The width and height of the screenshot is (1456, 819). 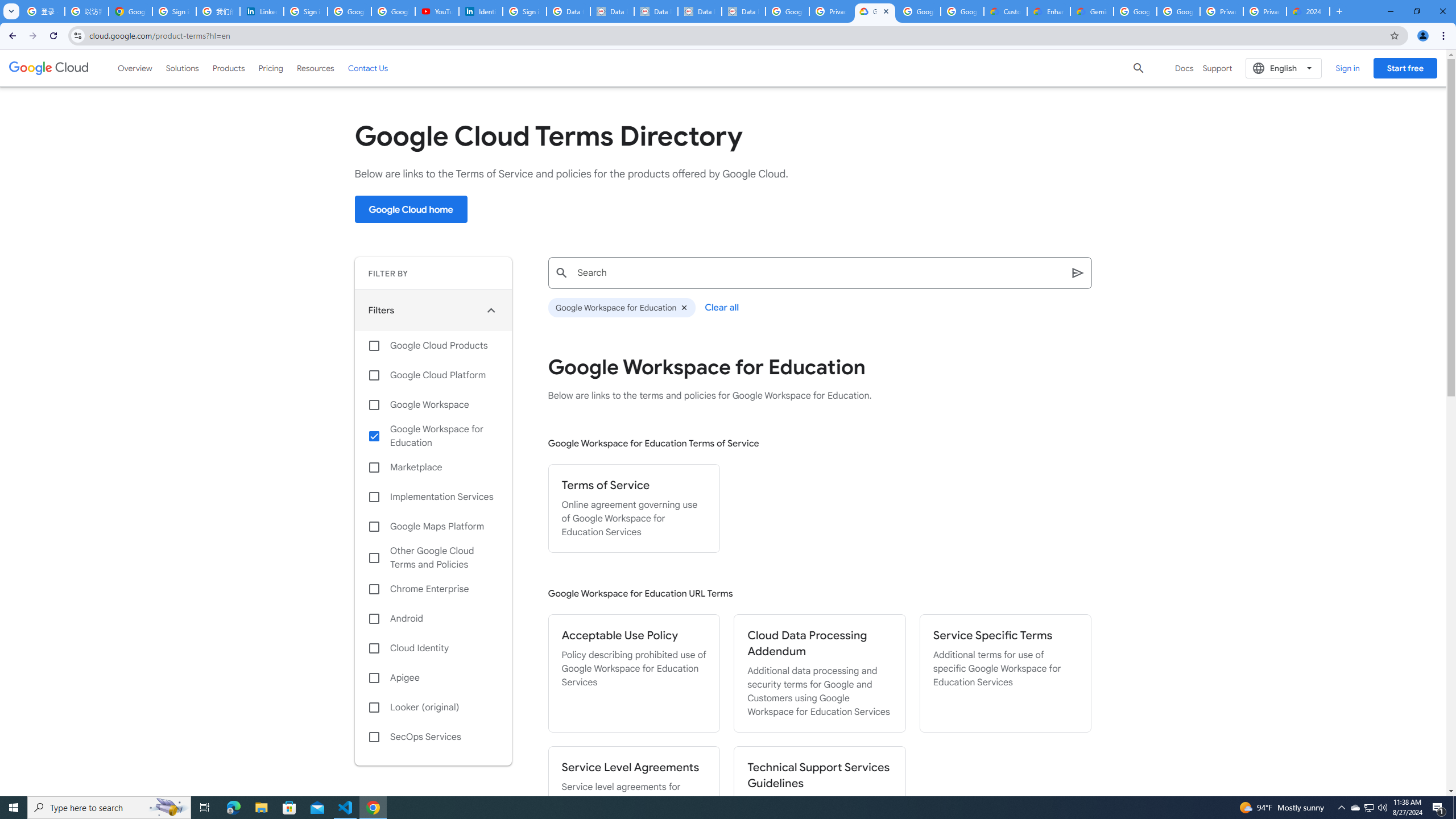 I want to click on 'Google Workspace for Education', so click(x=433, y=435).